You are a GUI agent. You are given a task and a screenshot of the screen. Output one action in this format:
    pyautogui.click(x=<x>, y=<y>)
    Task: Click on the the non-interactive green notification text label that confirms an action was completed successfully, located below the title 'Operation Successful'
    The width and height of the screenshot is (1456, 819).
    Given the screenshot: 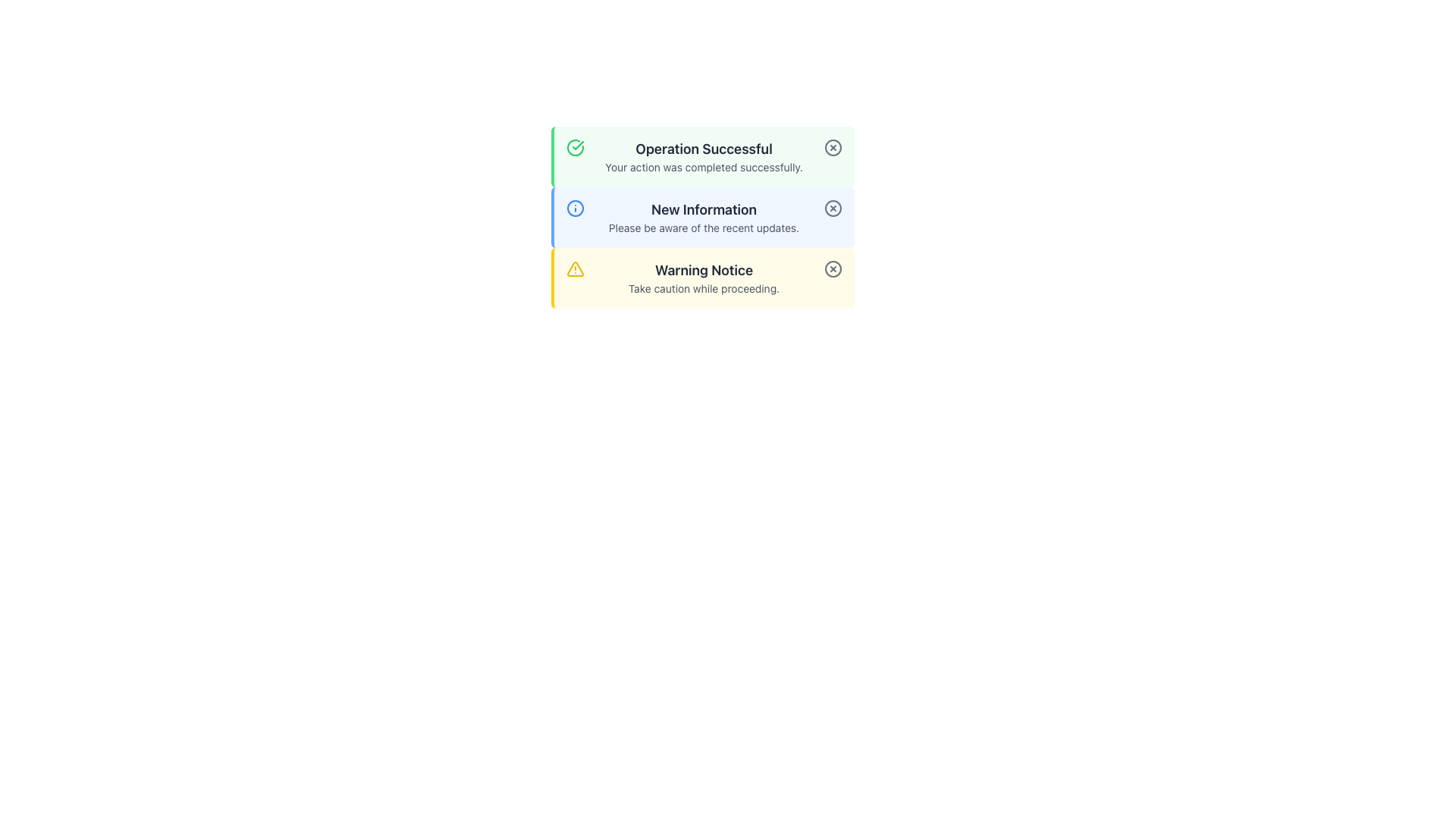 What is the action you would take?
    pyautogui.click(x=703, y=167)
    